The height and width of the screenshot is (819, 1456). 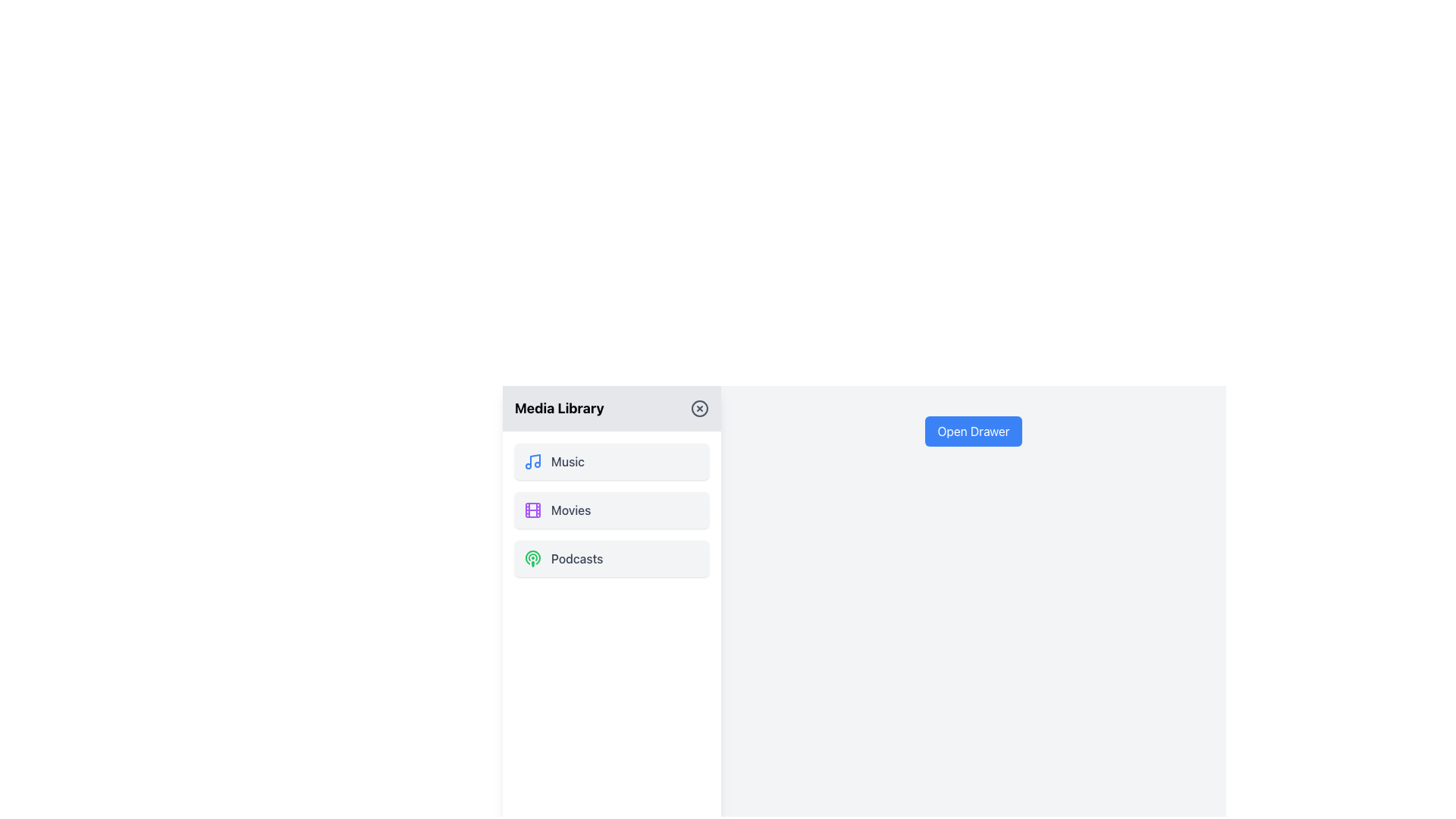 What do you see at coordinates (611, 558) in the screenshot?
I see `the Podcasts button located under the 'Media Library' section` at bounding box center [611, 558].